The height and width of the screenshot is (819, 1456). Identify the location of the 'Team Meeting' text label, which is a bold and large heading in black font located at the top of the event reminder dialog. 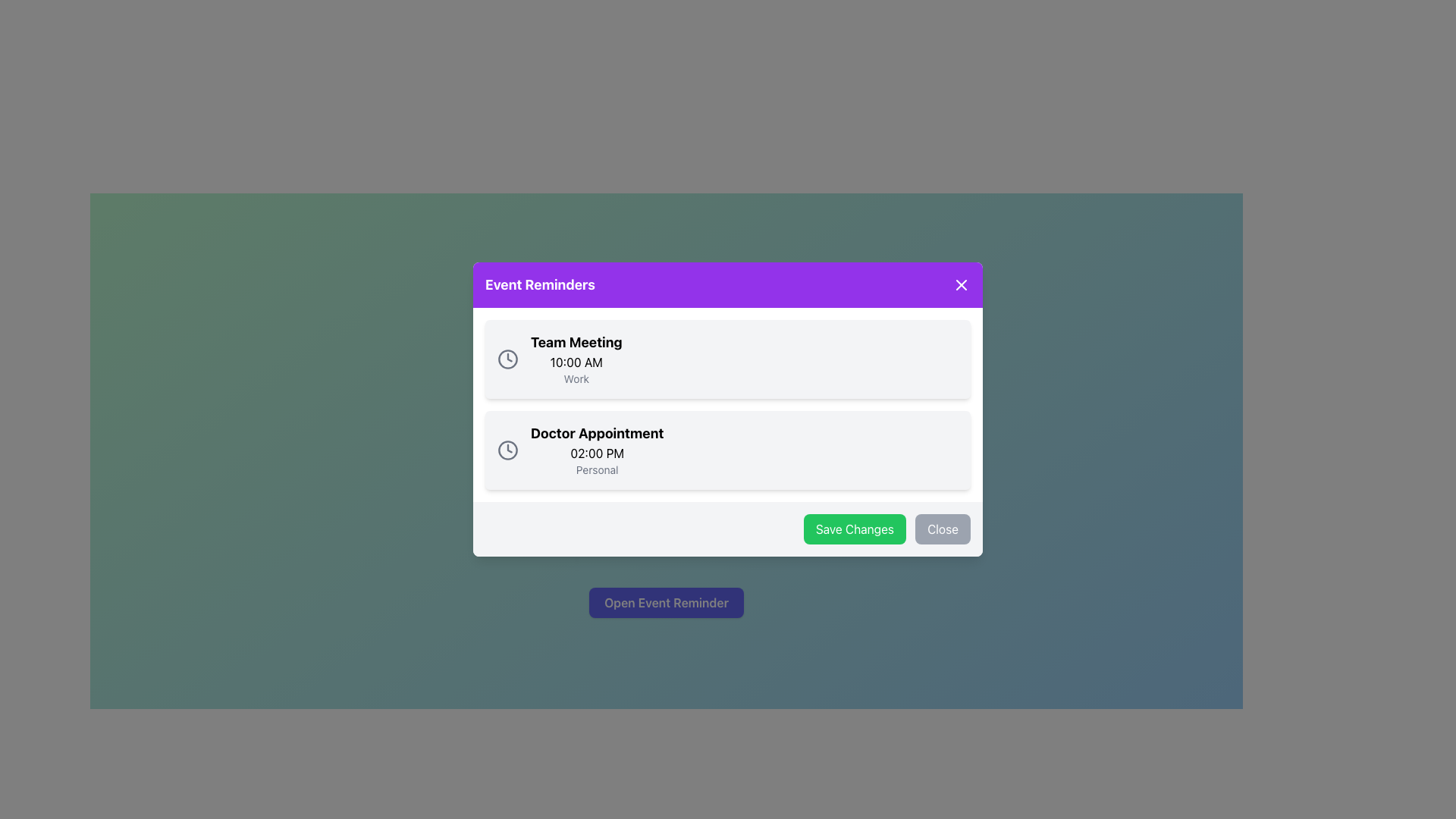
(576, 342).